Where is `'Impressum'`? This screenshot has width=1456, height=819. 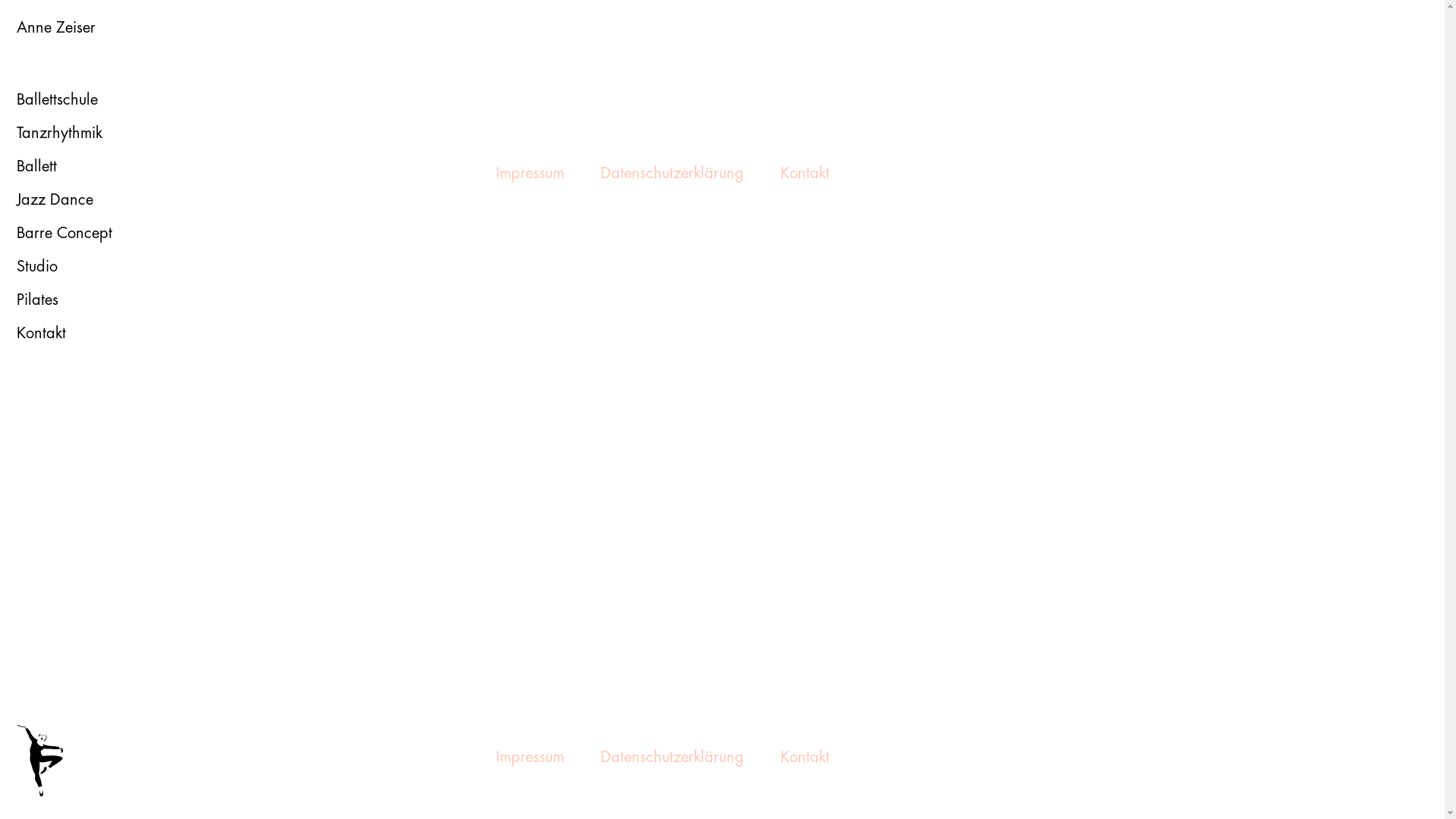
'Impressum' is located at coordinates (495, 757).